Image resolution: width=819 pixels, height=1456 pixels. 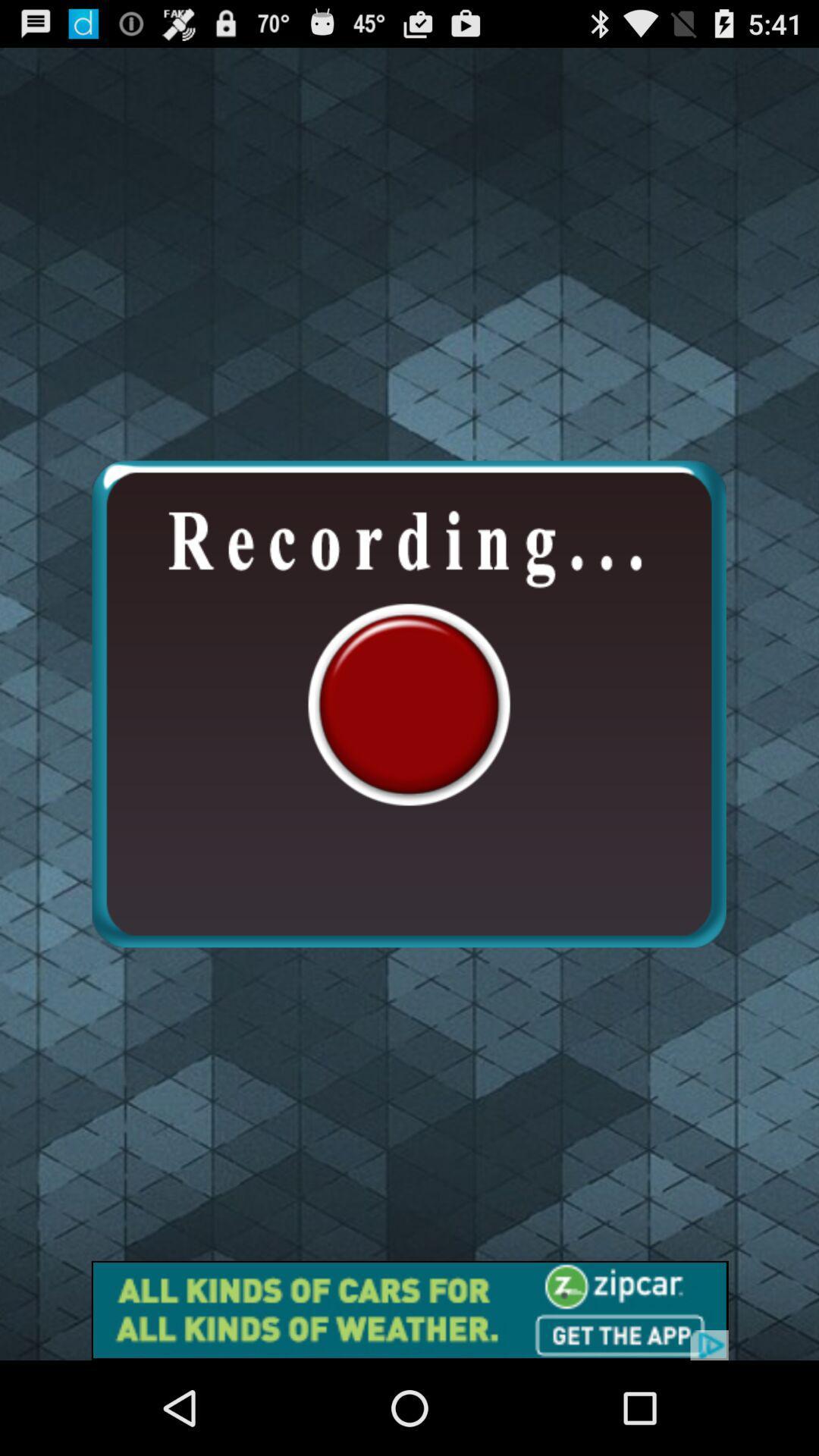 I want to click on install new app, so click(x=409, y=1310).